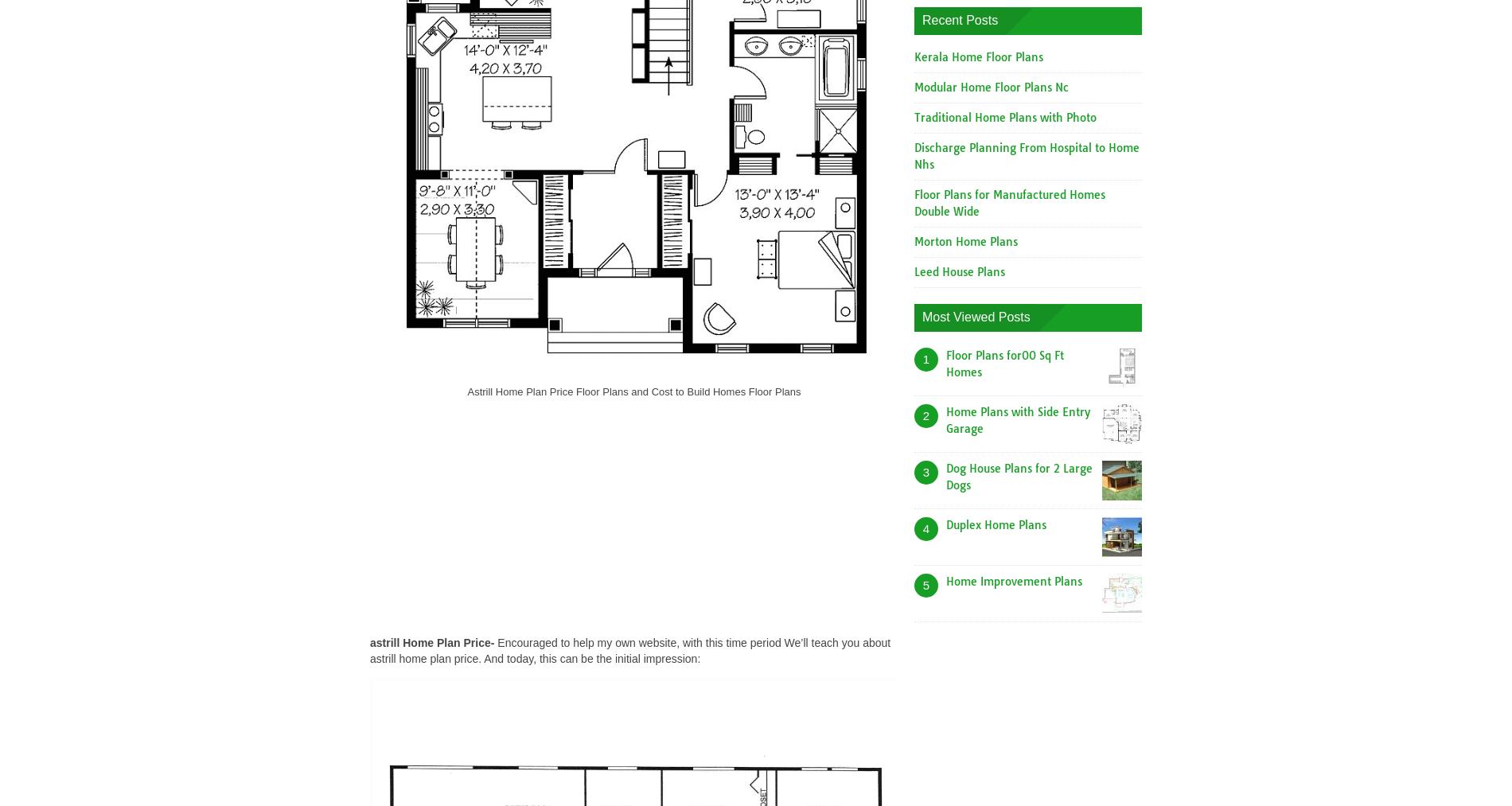 This screenshot has height=806, width=1512. Describe the element at coordinates (432, 641) in the screenshot. I see `'astrill Home Plan Price-'` at that location.